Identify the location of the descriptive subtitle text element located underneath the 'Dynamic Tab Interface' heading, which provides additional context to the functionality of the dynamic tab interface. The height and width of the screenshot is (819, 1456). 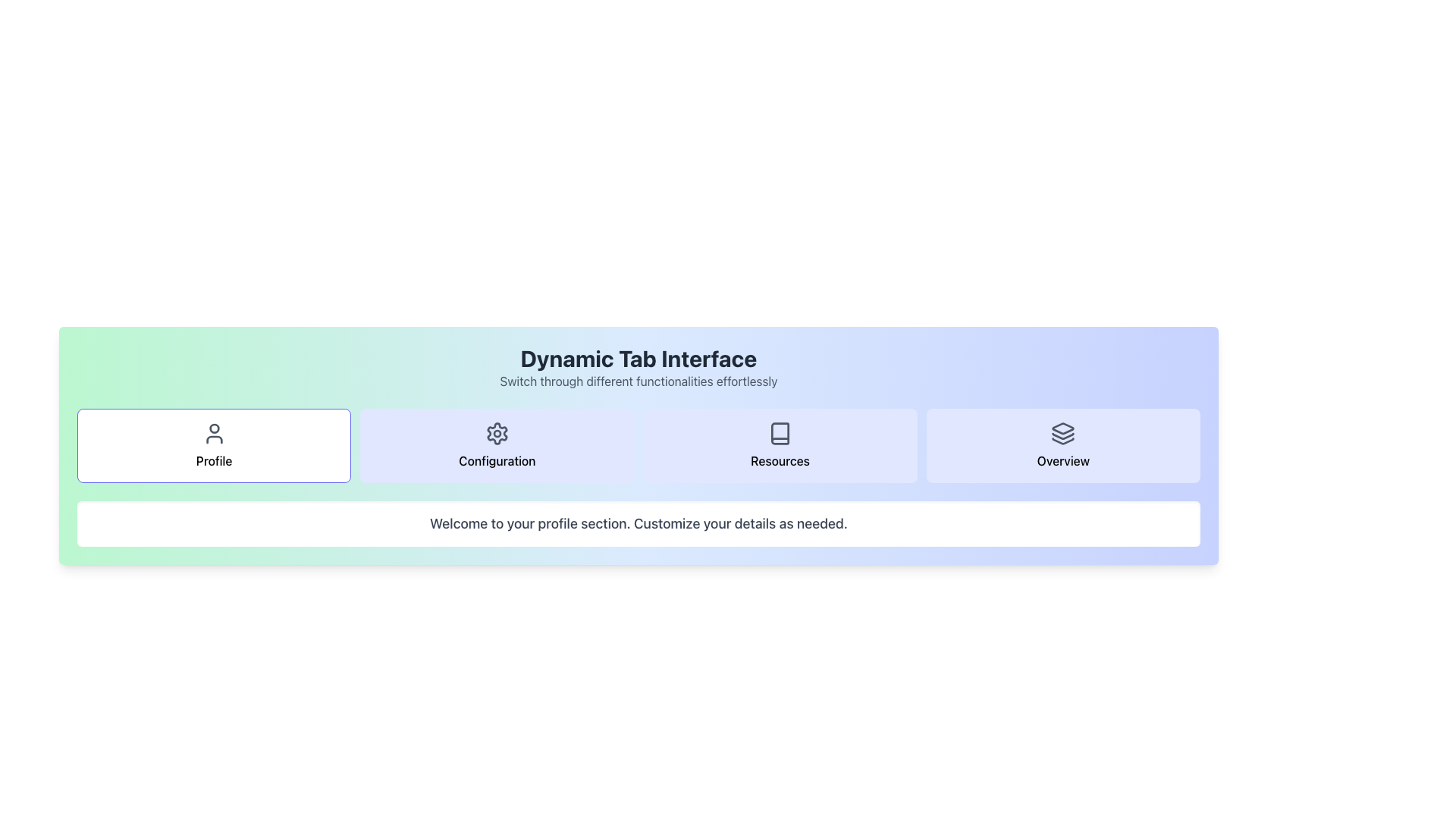
(639, 380).